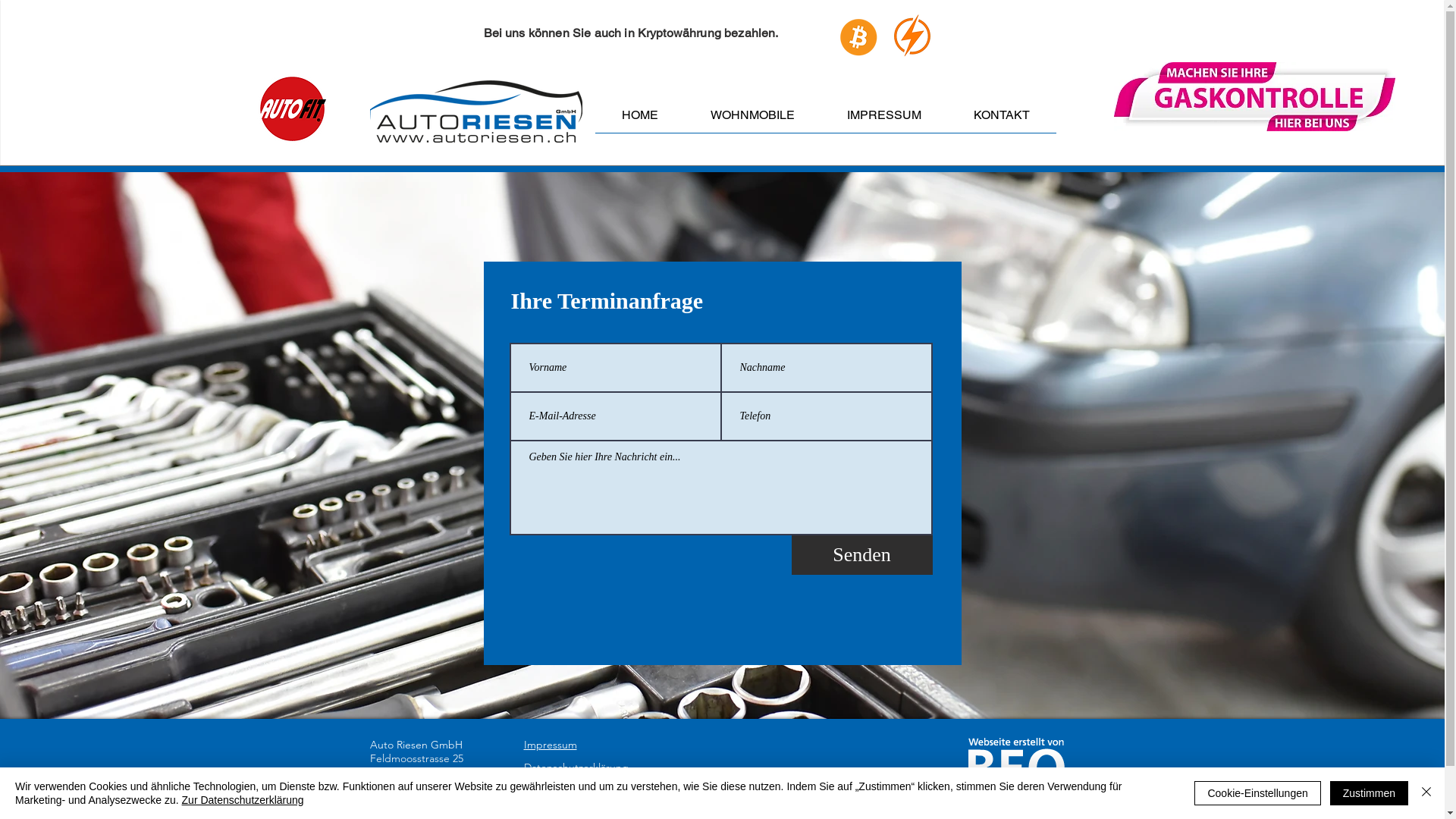  Describe the element at coordinates (883, 119) in the screenshot. I see `'IMPRESSUM'` at that location.